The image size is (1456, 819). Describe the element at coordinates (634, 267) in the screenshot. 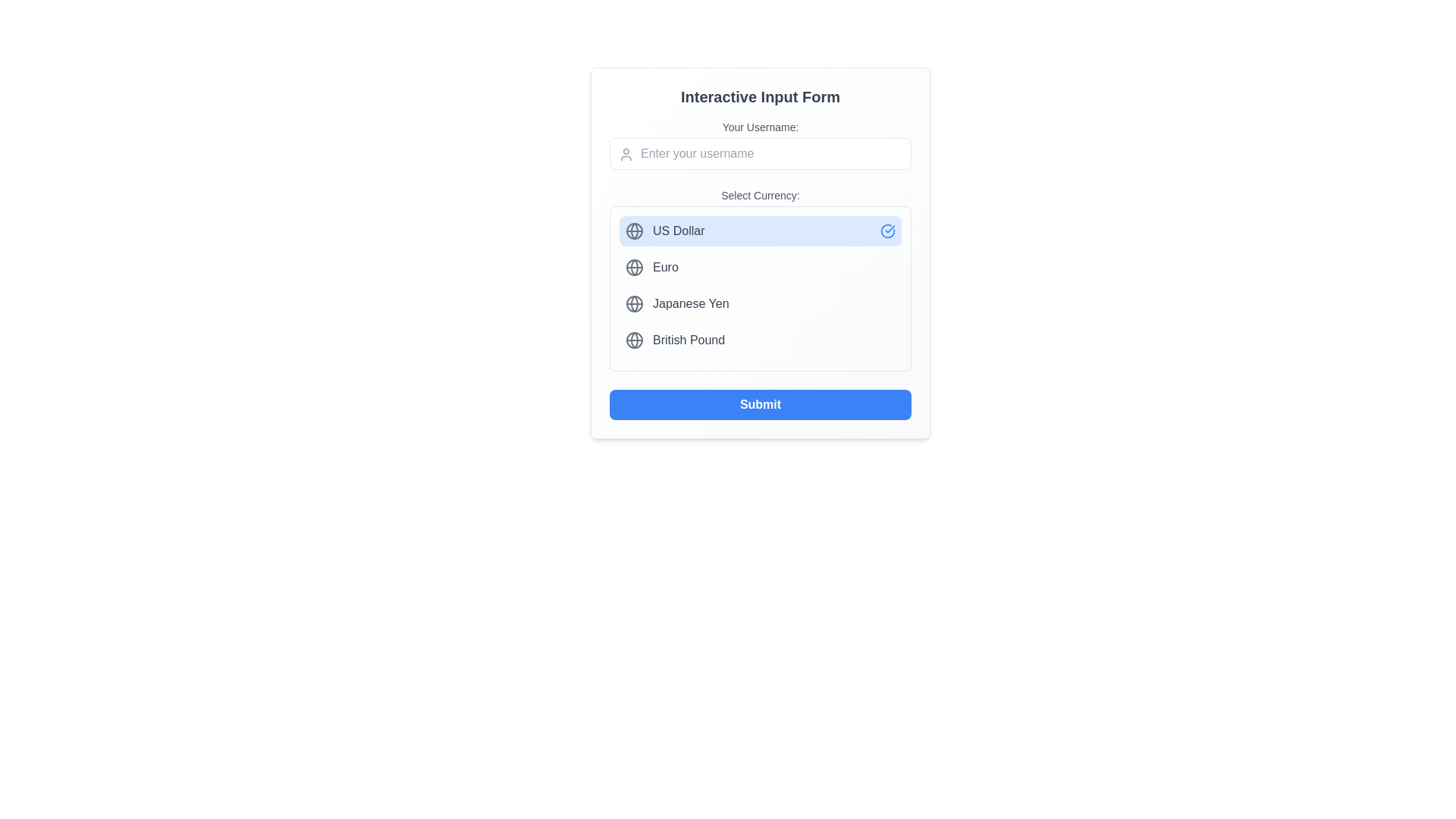

I see `the central circular part of the globe icon associated with the 'Euro' label in the dropdown list` at that location.